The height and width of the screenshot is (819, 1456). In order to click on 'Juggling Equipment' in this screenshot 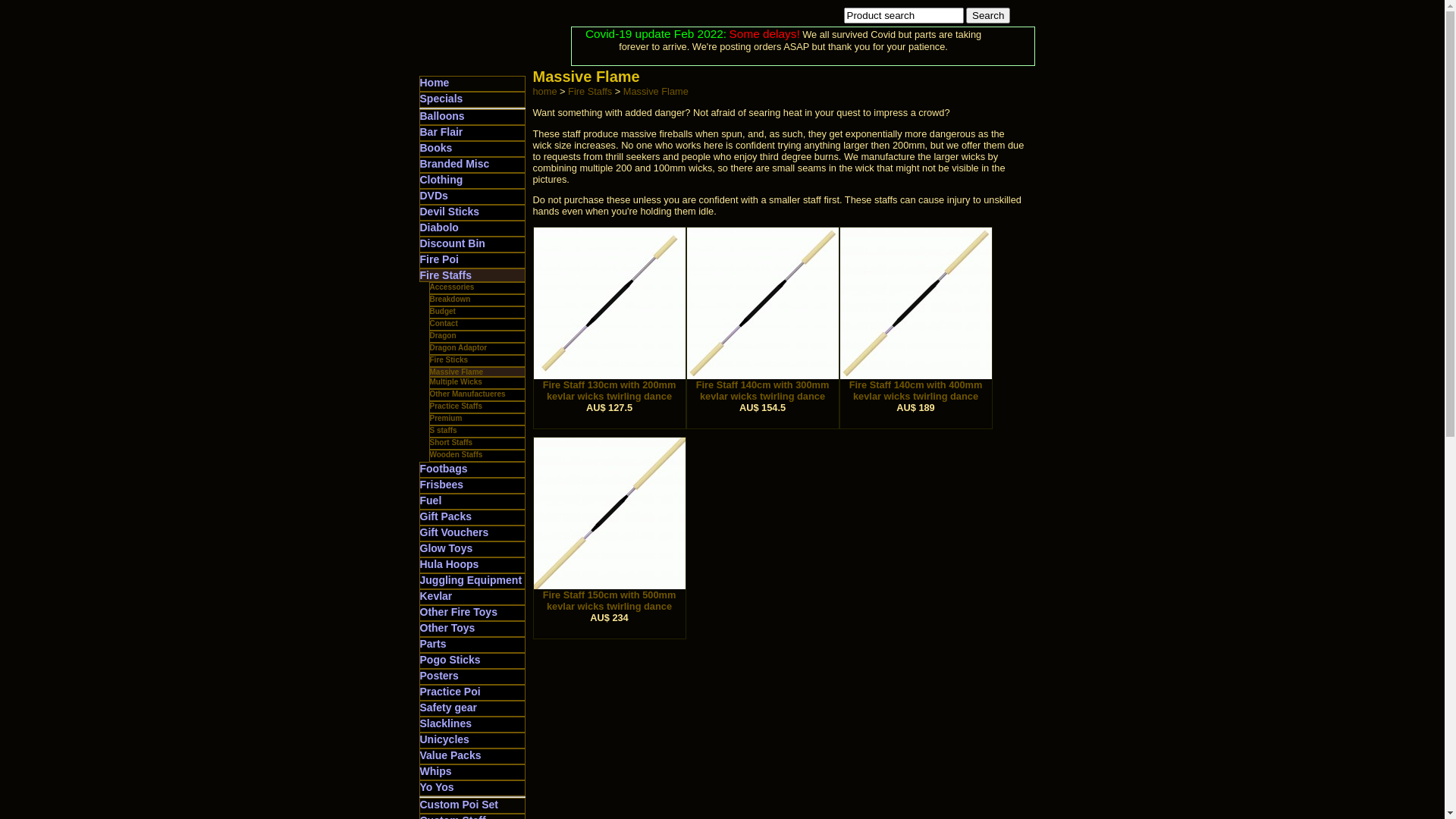, I will do `click(470, 579)`.